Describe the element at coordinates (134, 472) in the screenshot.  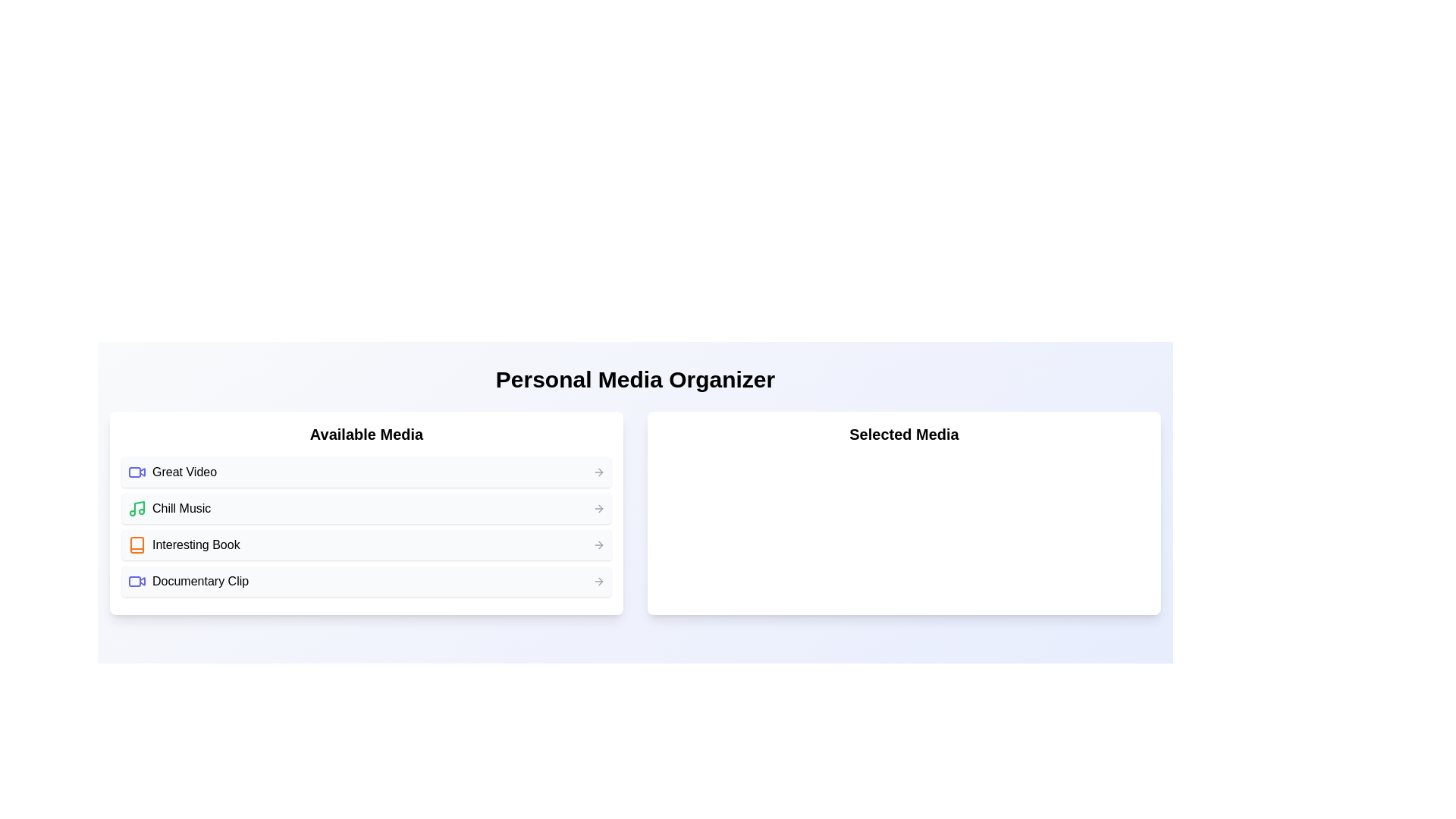
I see `the video media icon indicator located to the left of the text 'Great Video' to observe the associated tooltip or label` at that location.